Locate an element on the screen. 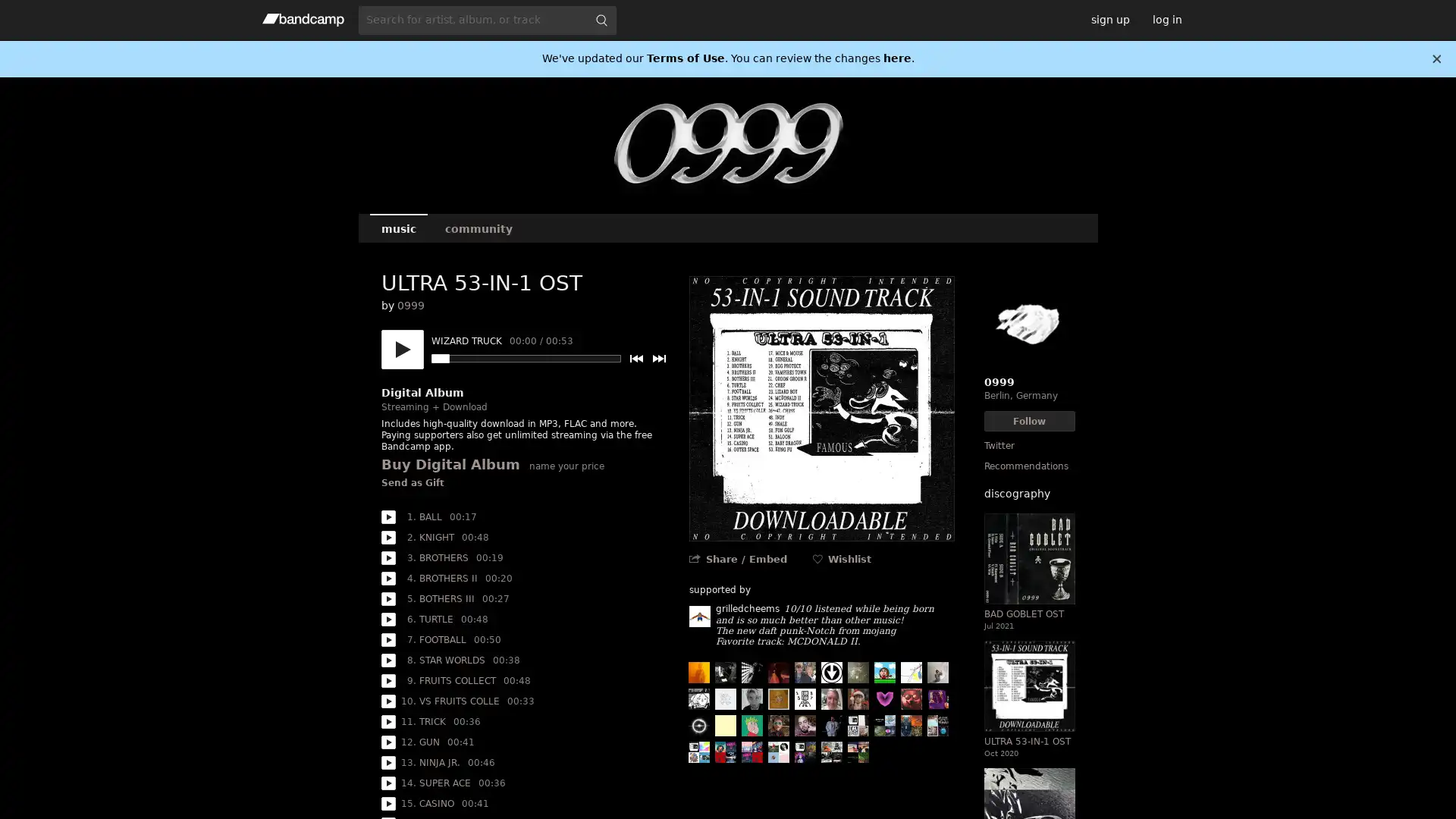 The image size is (1456, 819). Follow is located at coordinates (1029, 421).